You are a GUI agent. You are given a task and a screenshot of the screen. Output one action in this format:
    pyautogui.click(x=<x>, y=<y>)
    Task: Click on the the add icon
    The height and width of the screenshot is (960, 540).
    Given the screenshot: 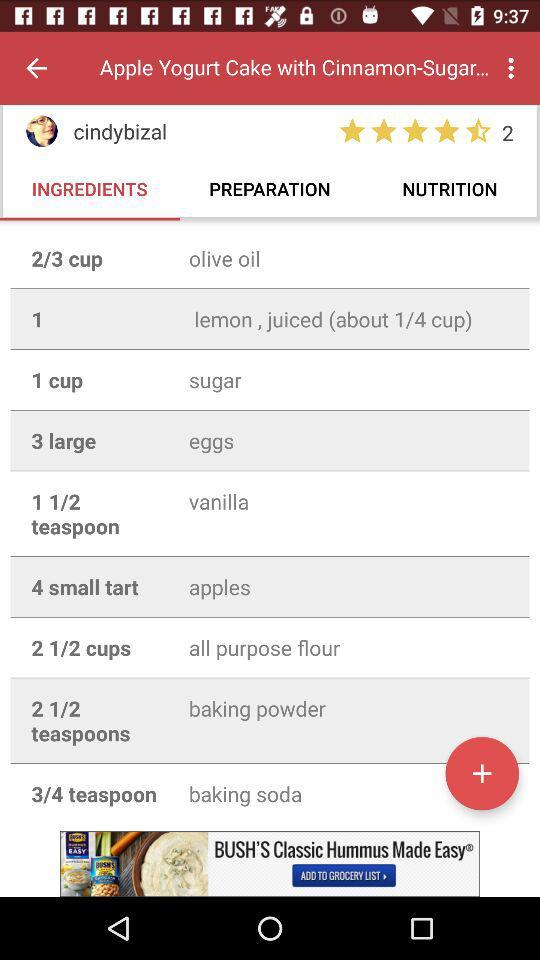 What is the action you would take?
    pyautogui.click(x=481, y=772)
    